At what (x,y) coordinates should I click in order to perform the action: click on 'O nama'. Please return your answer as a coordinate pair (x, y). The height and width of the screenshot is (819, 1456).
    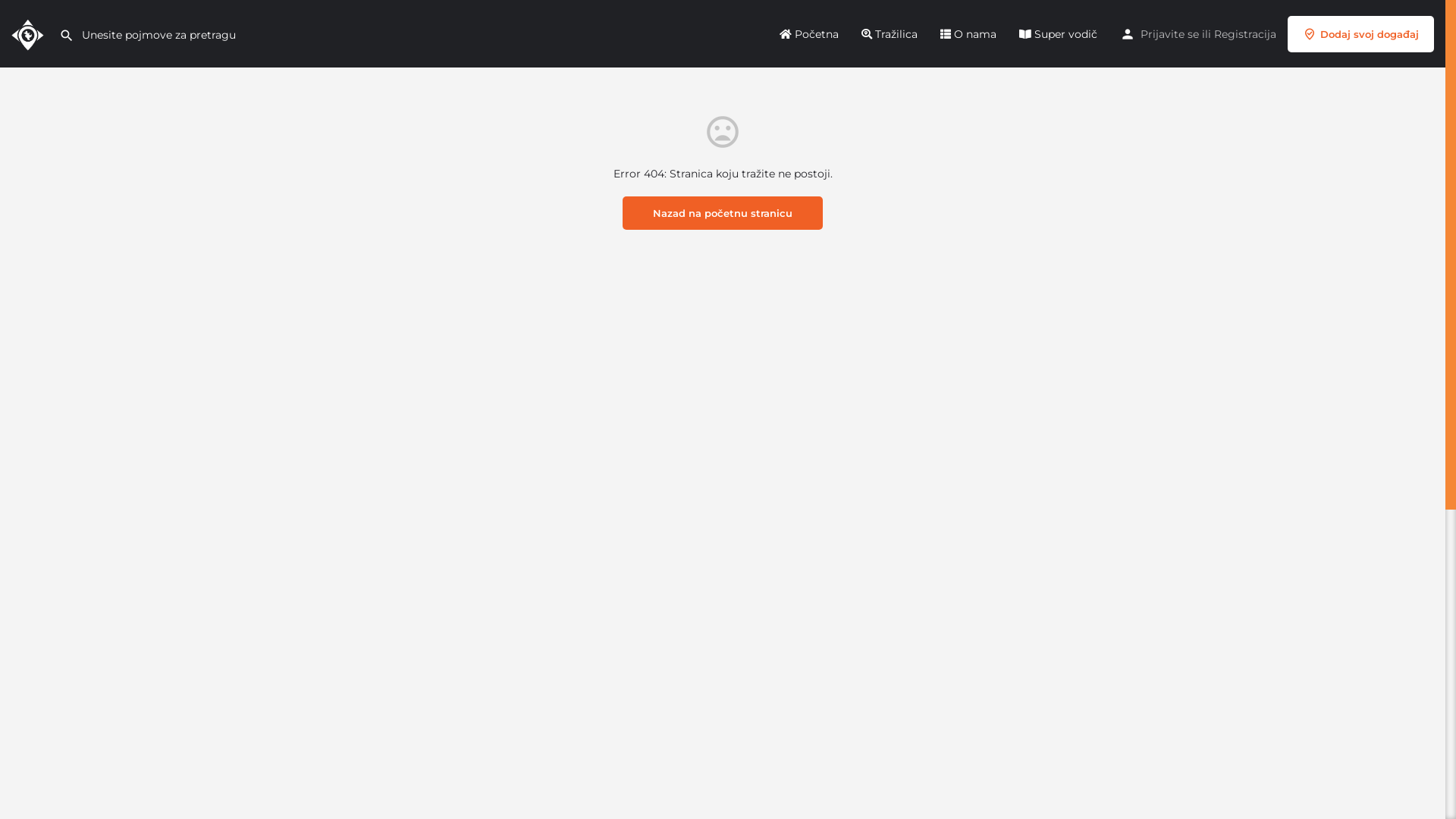
    Looking at the image, I should click on (967, 33).